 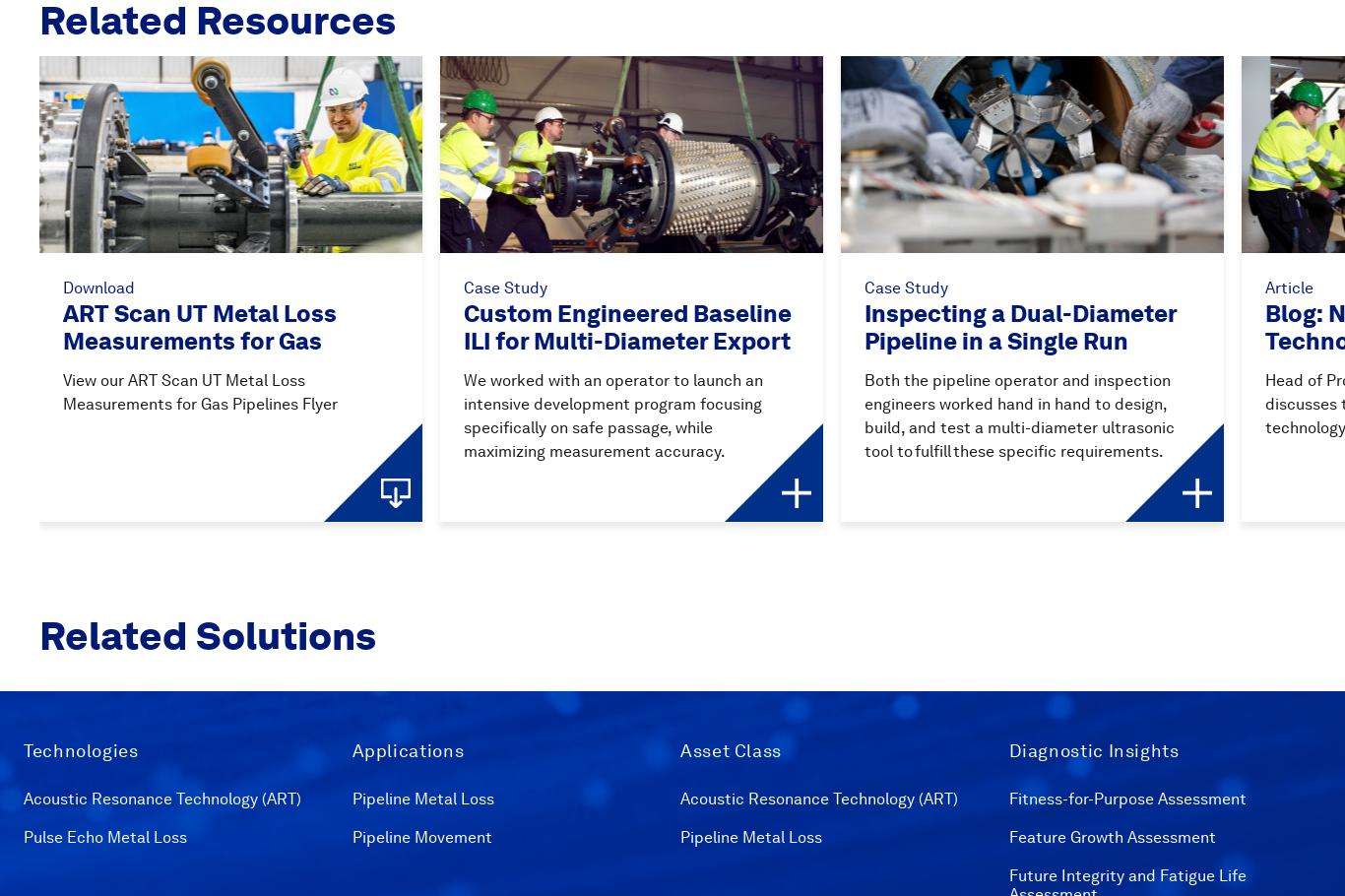 What do you see at coordinates (104, 835) in the screenshot?
I see `'Pulse Echo Metal Loss'` at bounding box center [104, 835].